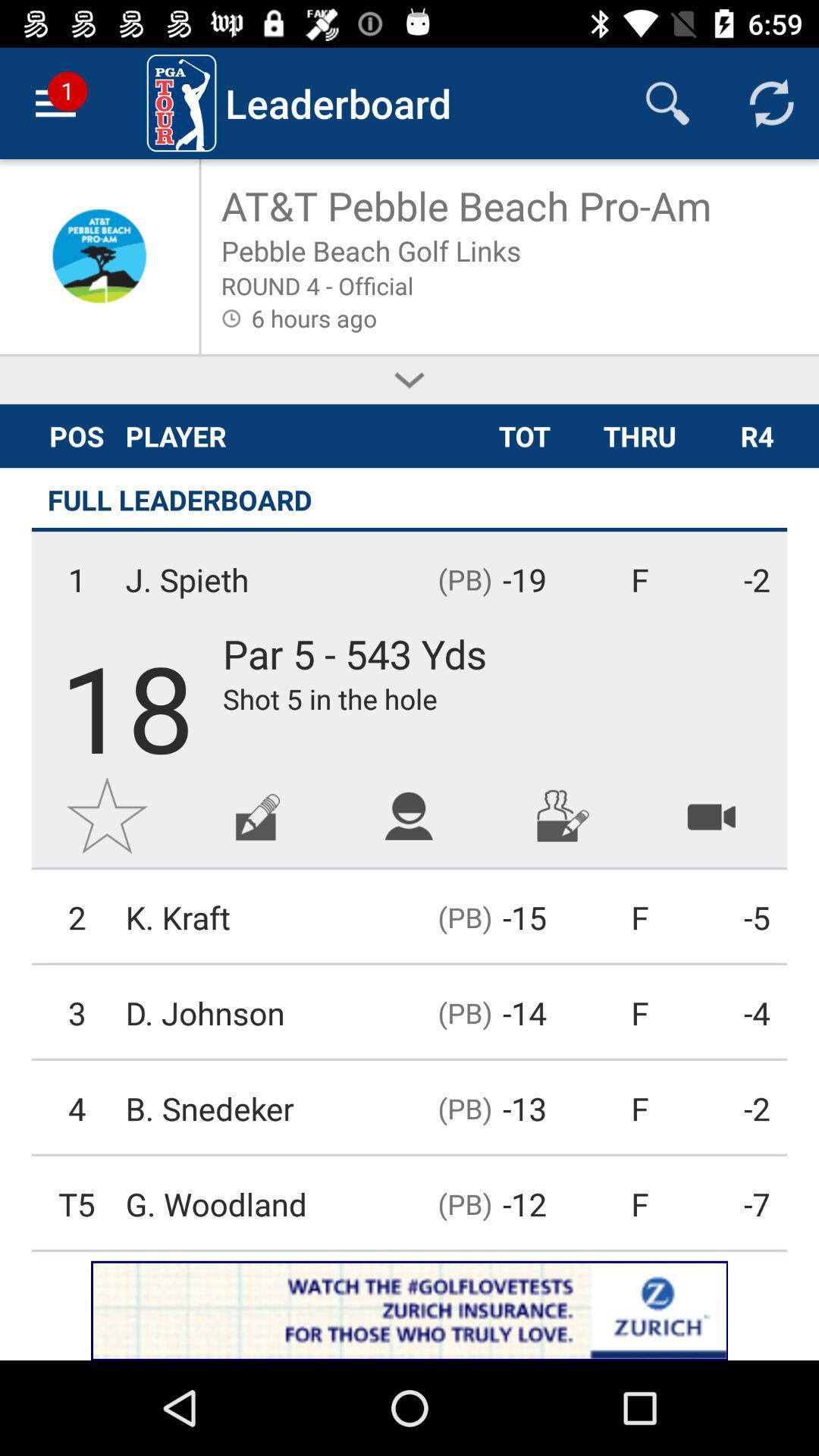 The image size is (819, 1456). Describe the element at coordinates (409, 380) in the screenshot. I see `expands description` at that location.